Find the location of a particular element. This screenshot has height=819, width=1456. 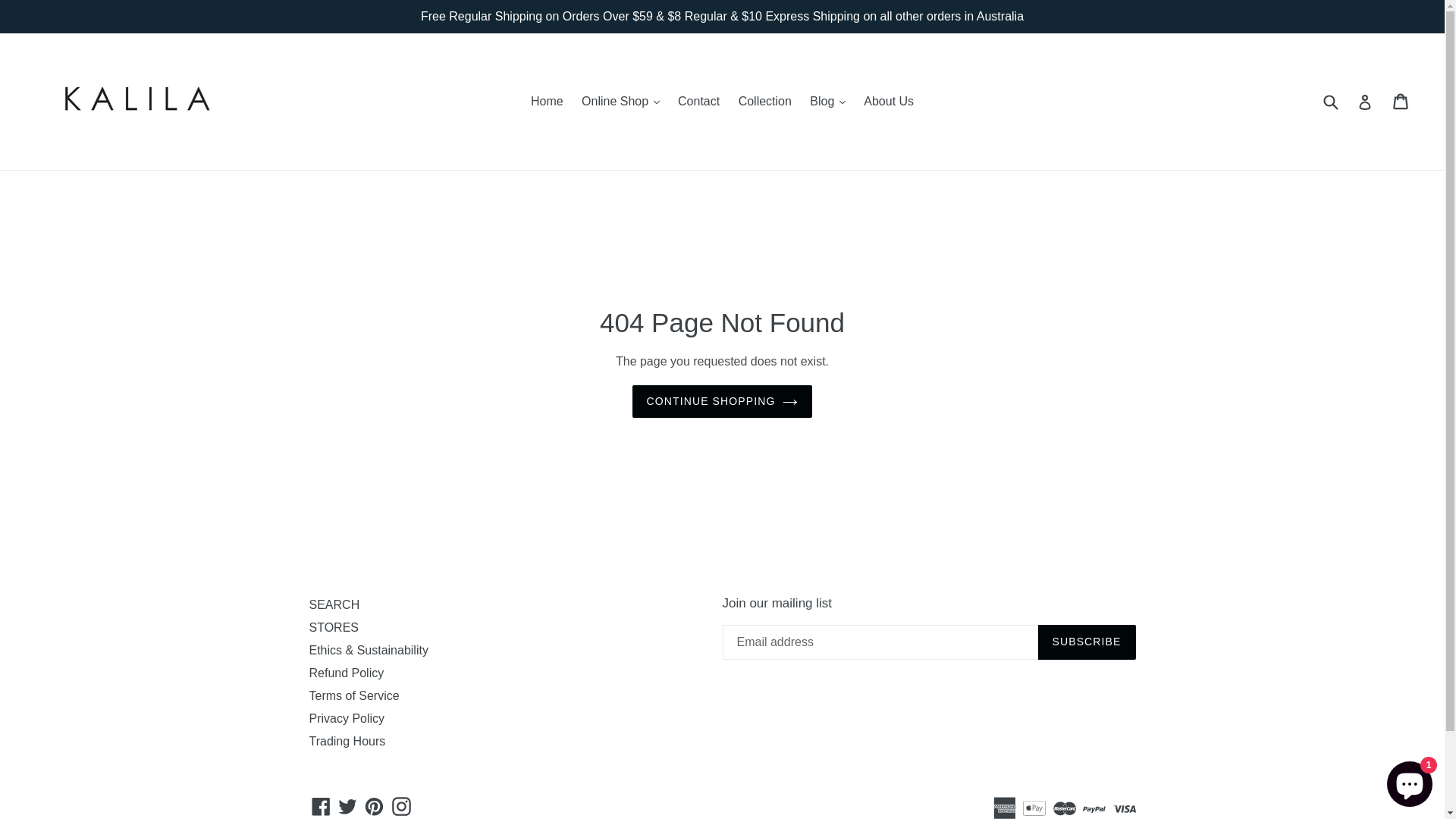

'Terms of Service' is located at coordinates (353, 695).